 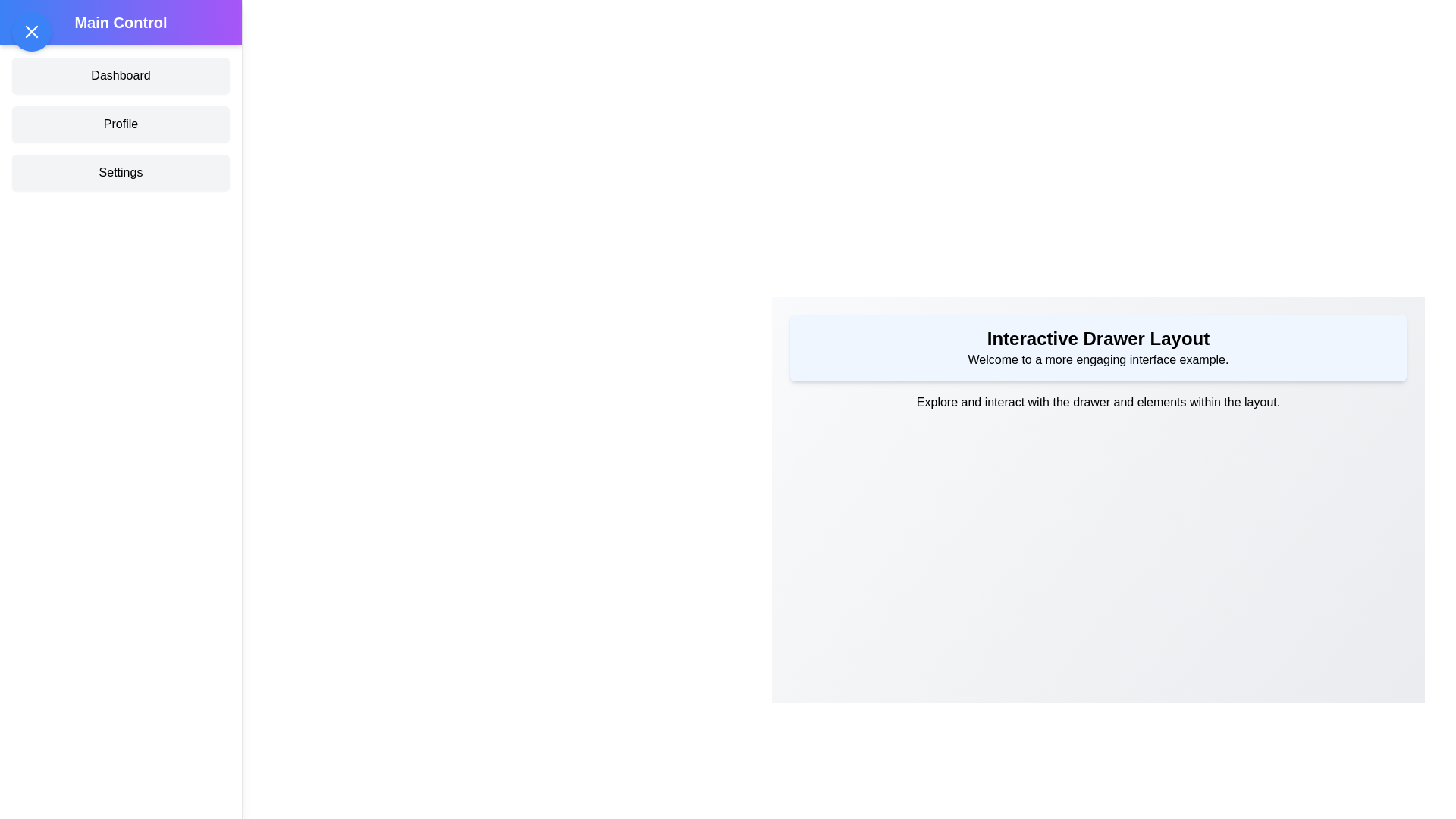 I want to click on the menu option Profile from the drawer, so click(x=120, y=124).